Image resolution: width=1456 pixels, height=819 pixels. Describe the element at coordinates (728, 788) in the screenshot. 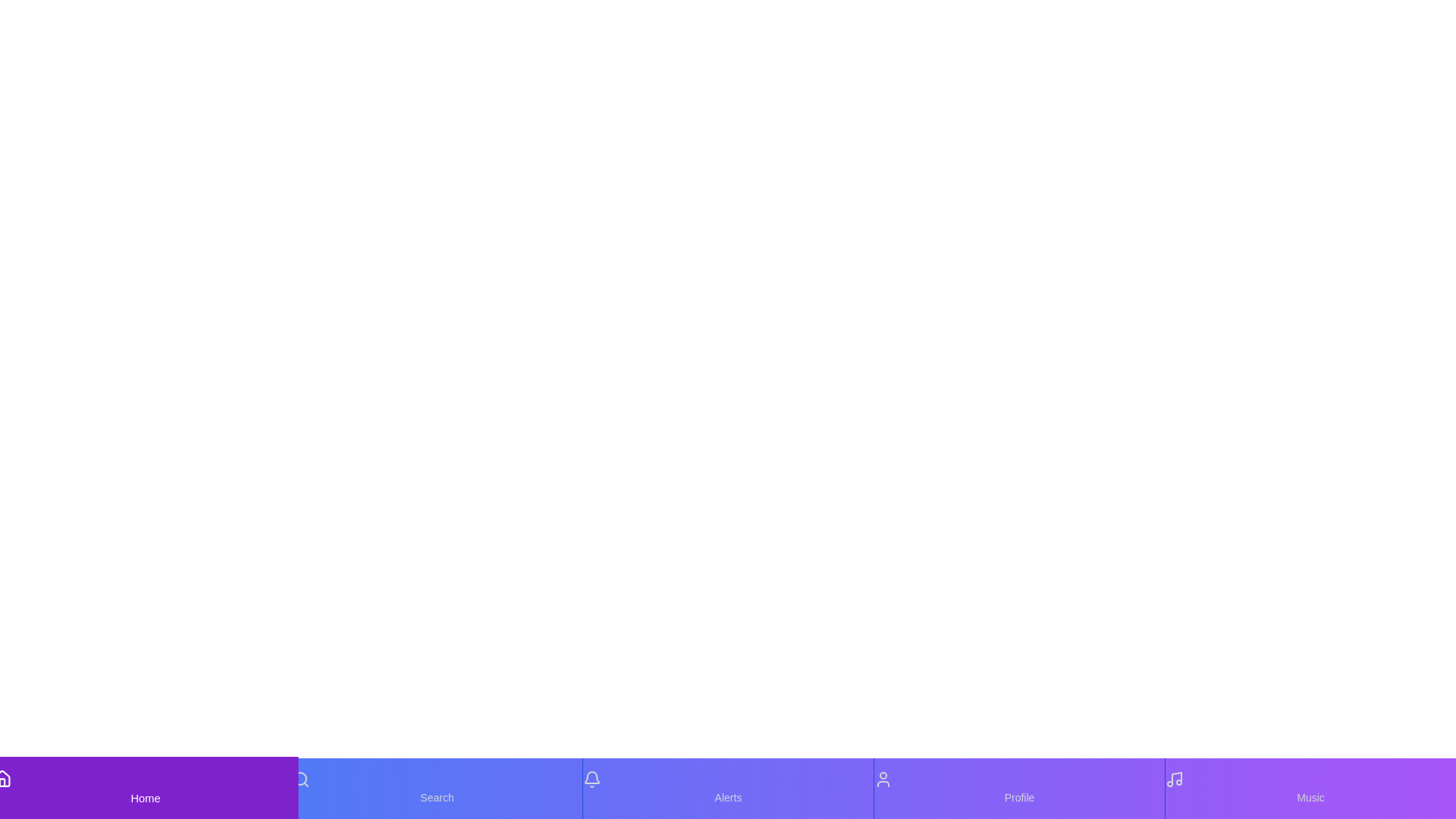

I see `the Alerts tab in the bottom navigation bar` at that location.